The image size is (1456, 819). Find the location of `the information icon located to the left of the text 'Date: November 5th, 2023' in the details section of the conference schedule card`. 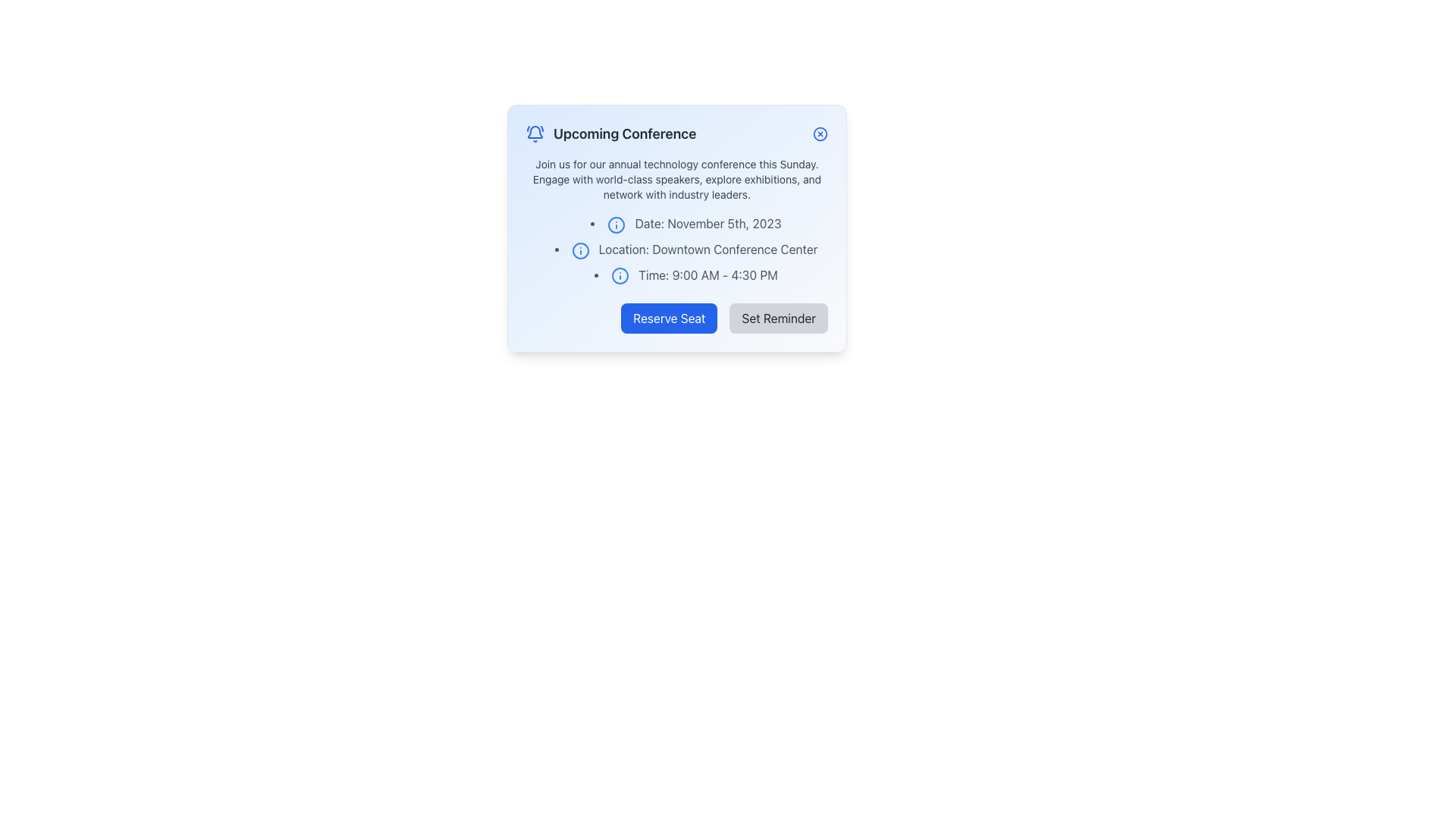

the information icon located to the left of the text 'Date: November 5th, 2023' in the details section of the conference schedule card is located at coordinates (617, 224).